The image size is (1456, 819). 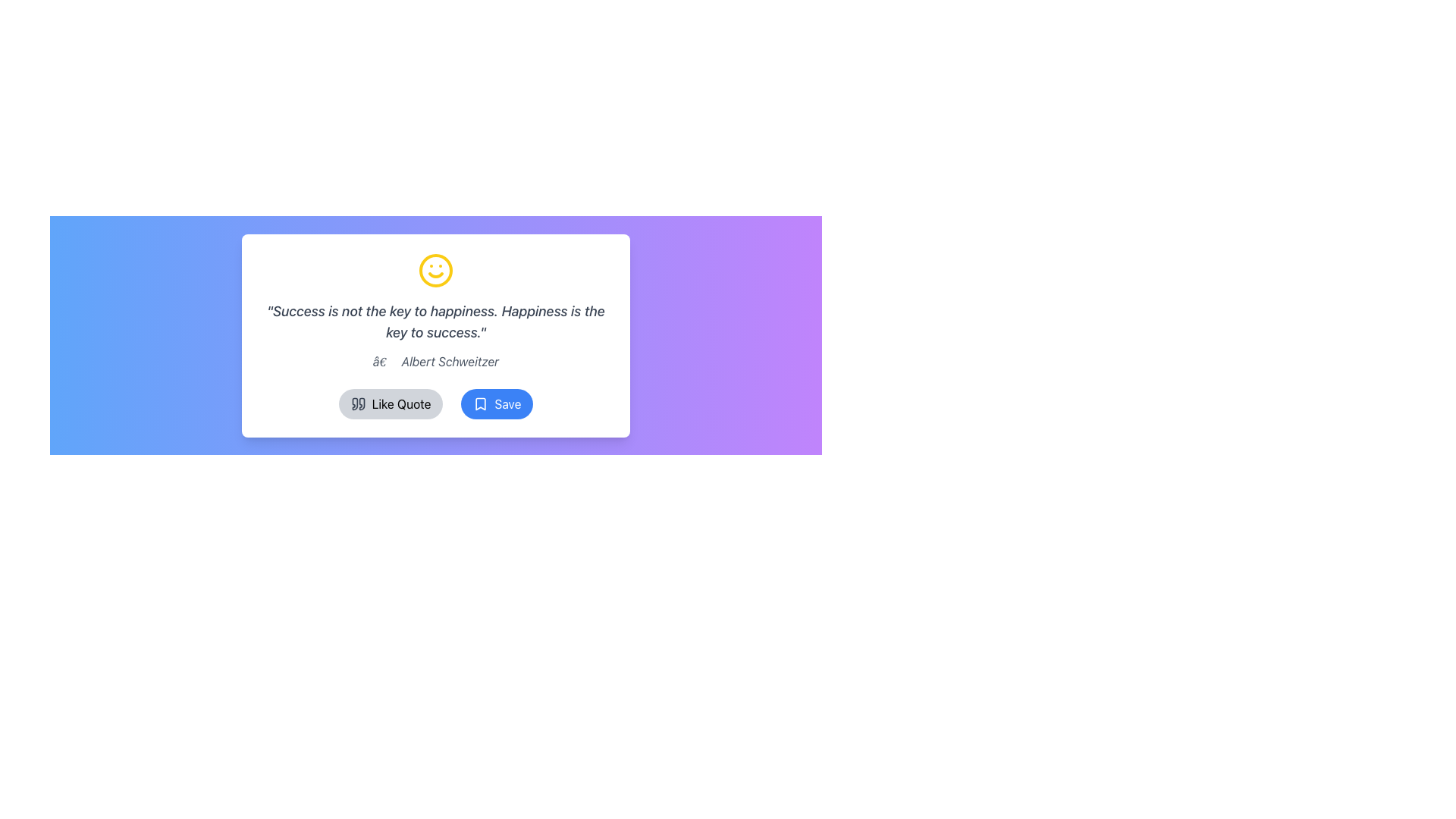 I want to click on the bookmark icon located inside the 'Save' button, positioned to the right of the 'Like Quote' button, so click(x=480, y=403).